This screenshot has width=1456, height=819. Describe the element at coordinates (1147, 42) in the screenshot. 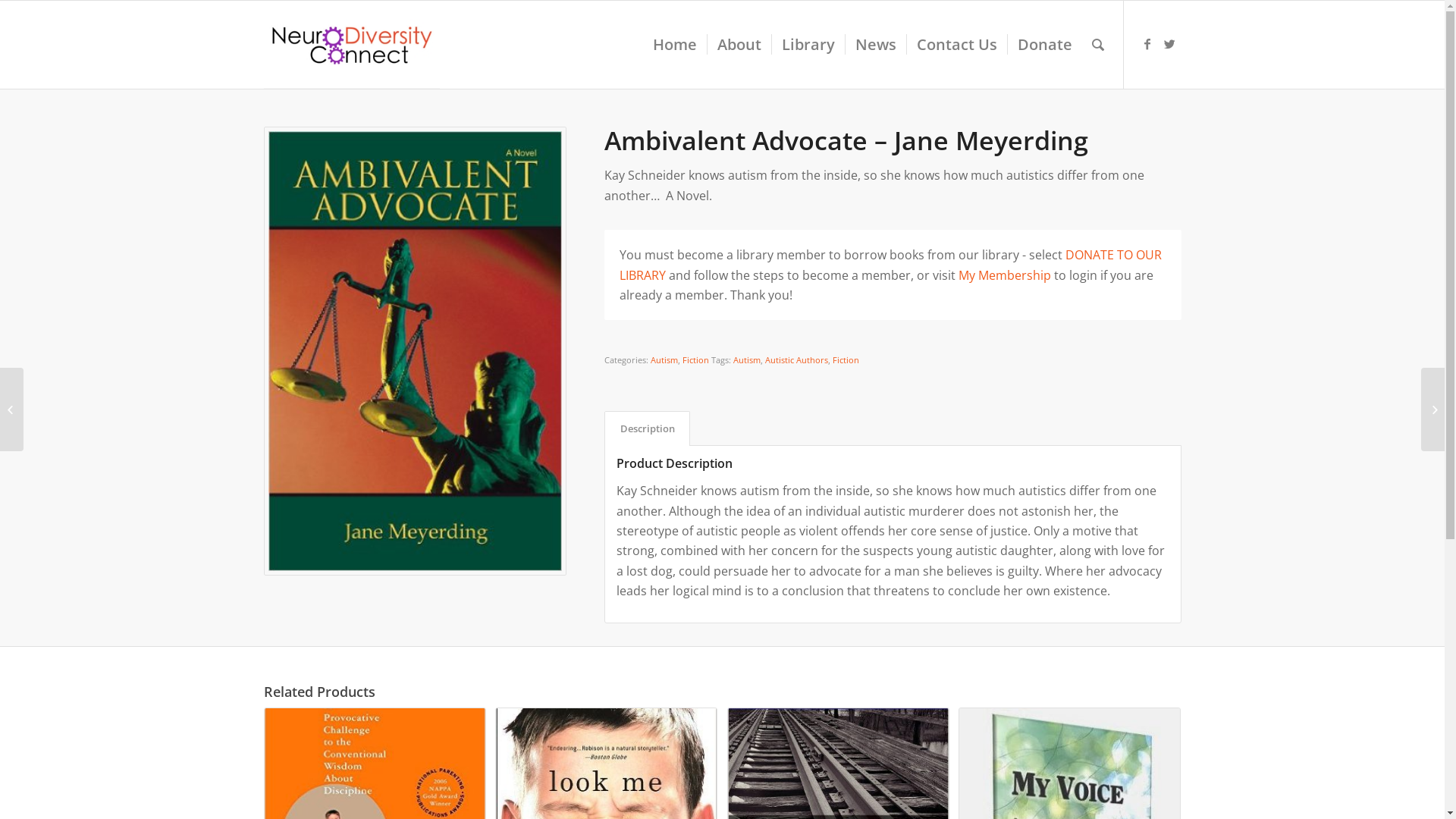

I see `'Facebook'` at that location.